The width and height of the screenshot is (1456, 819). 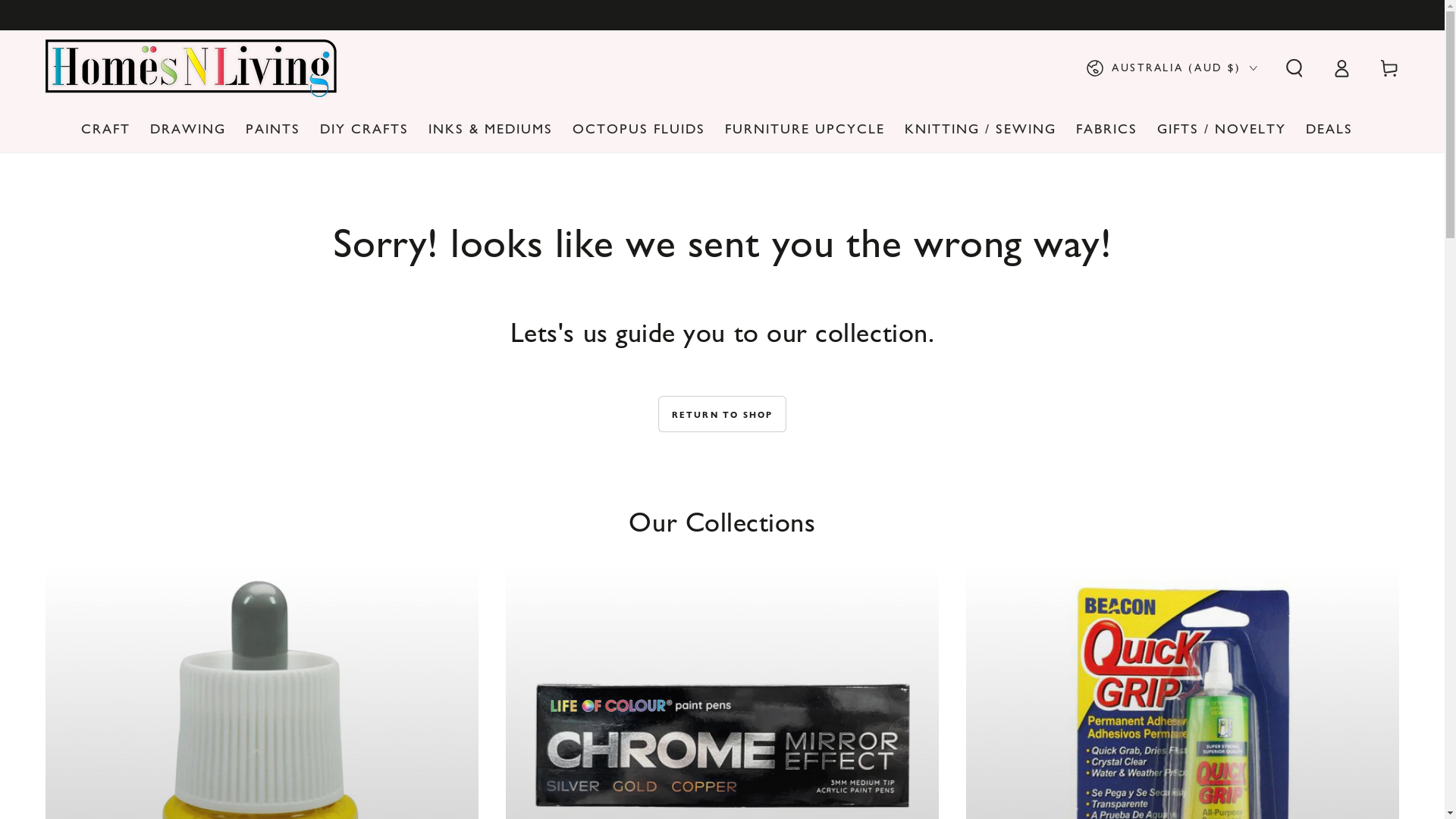 What do you see at coordinates (722, 414) in the screenshot?
I see `'RETURN TO SHOP'` at bounding box center [722, 414].